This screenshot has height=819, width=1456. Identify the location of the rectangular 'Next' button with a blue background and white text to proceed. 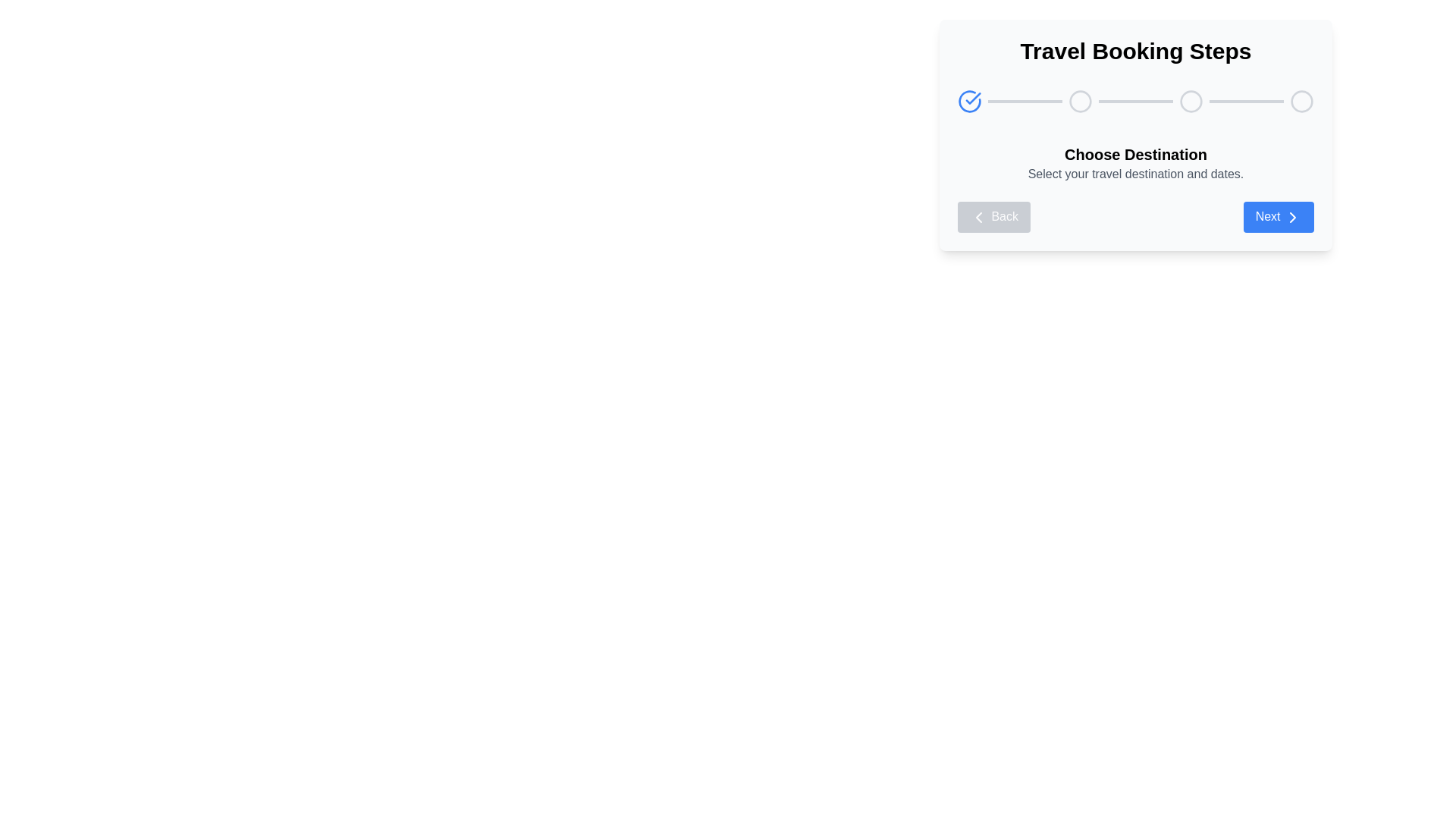
(1278, 217).